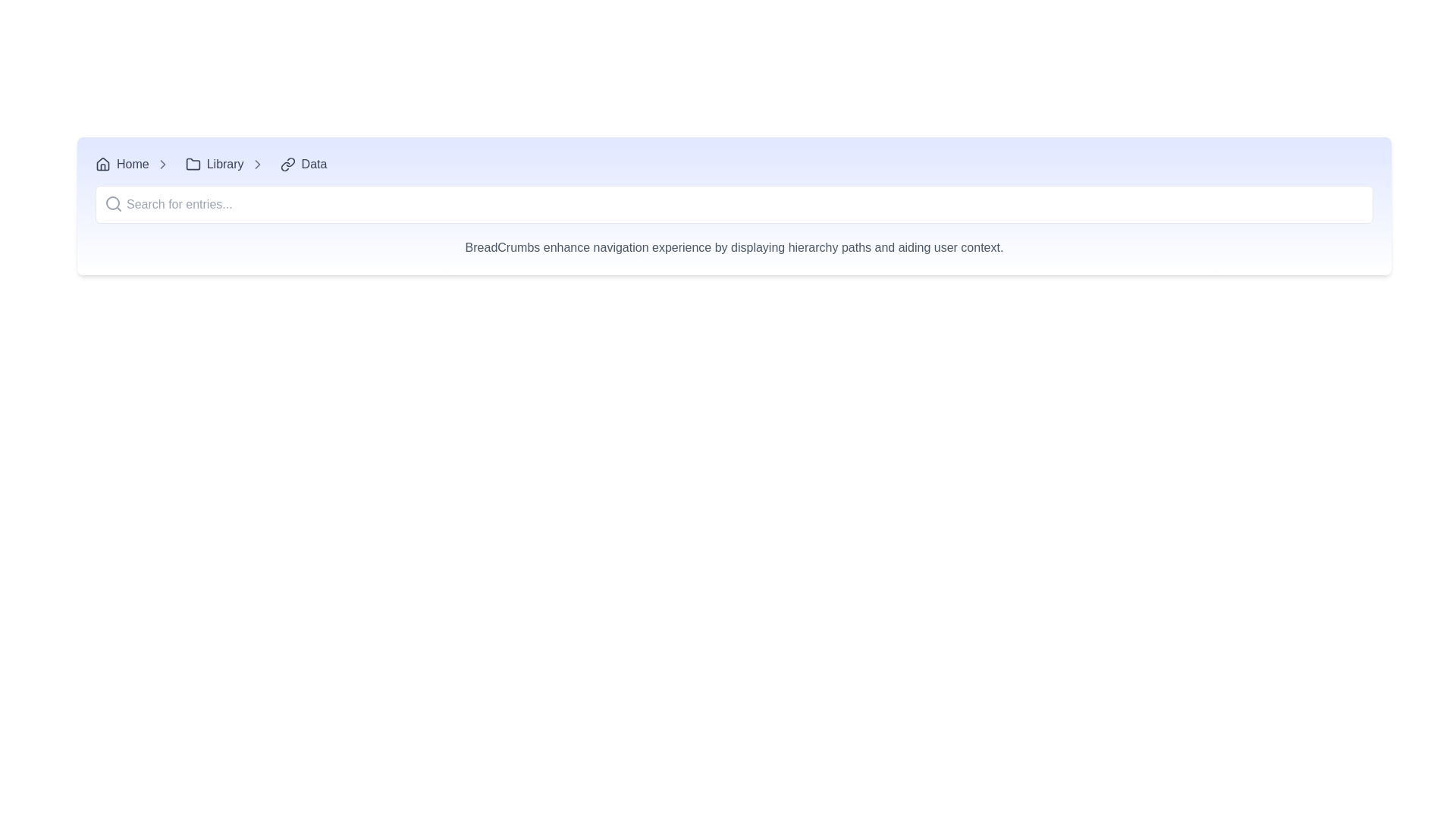 This screenshot has height=819, width=1456. Describe the element at coordinates (136, 164) in the screenshot. I see `the 'Home' breadcrumb navigation link, which is the first item` at that location.